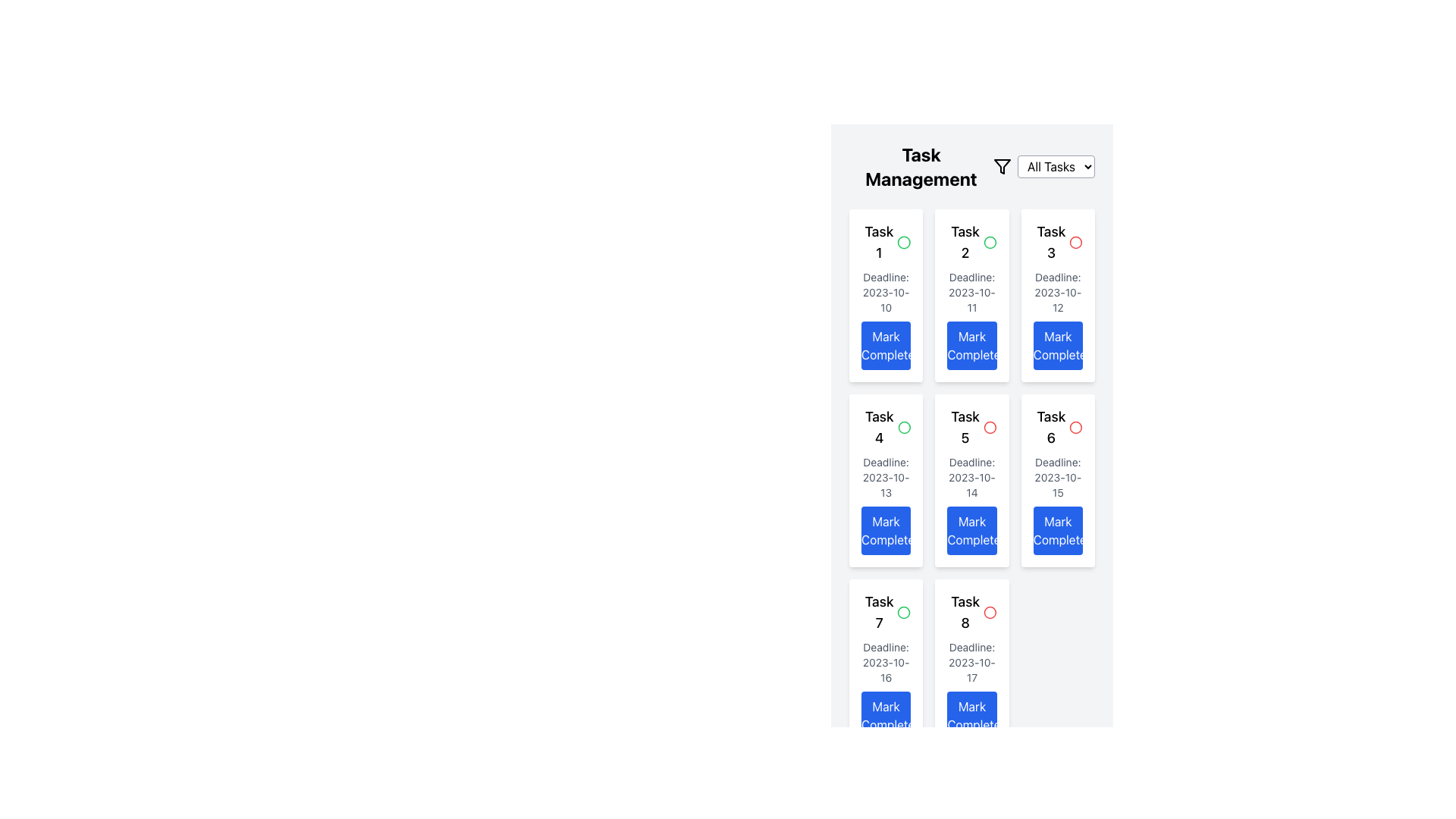  Describe the element at coordinates (1002, 166) in the screenshot. I see `the triangular filter icon located near the top-right of the navigation bar` at that location.